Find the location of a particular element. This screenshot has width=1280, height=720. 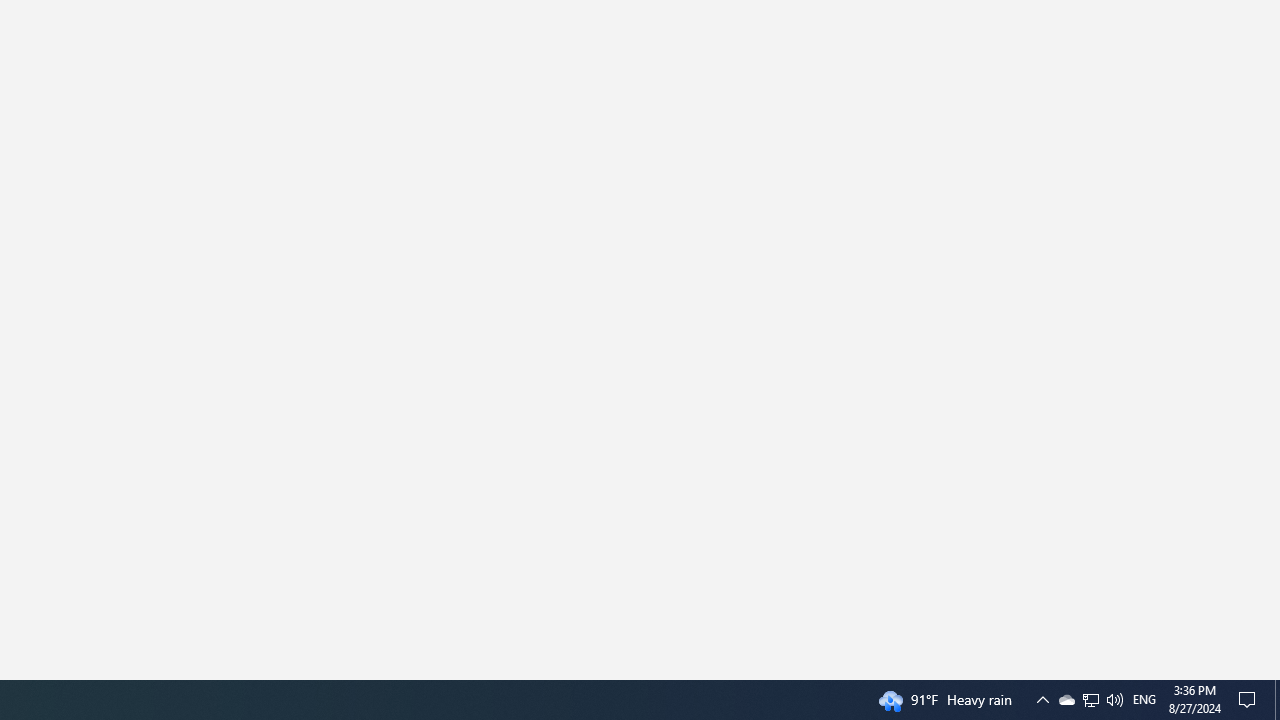

'User Promoted Notification Area' is located at coordinates (1041, 698).